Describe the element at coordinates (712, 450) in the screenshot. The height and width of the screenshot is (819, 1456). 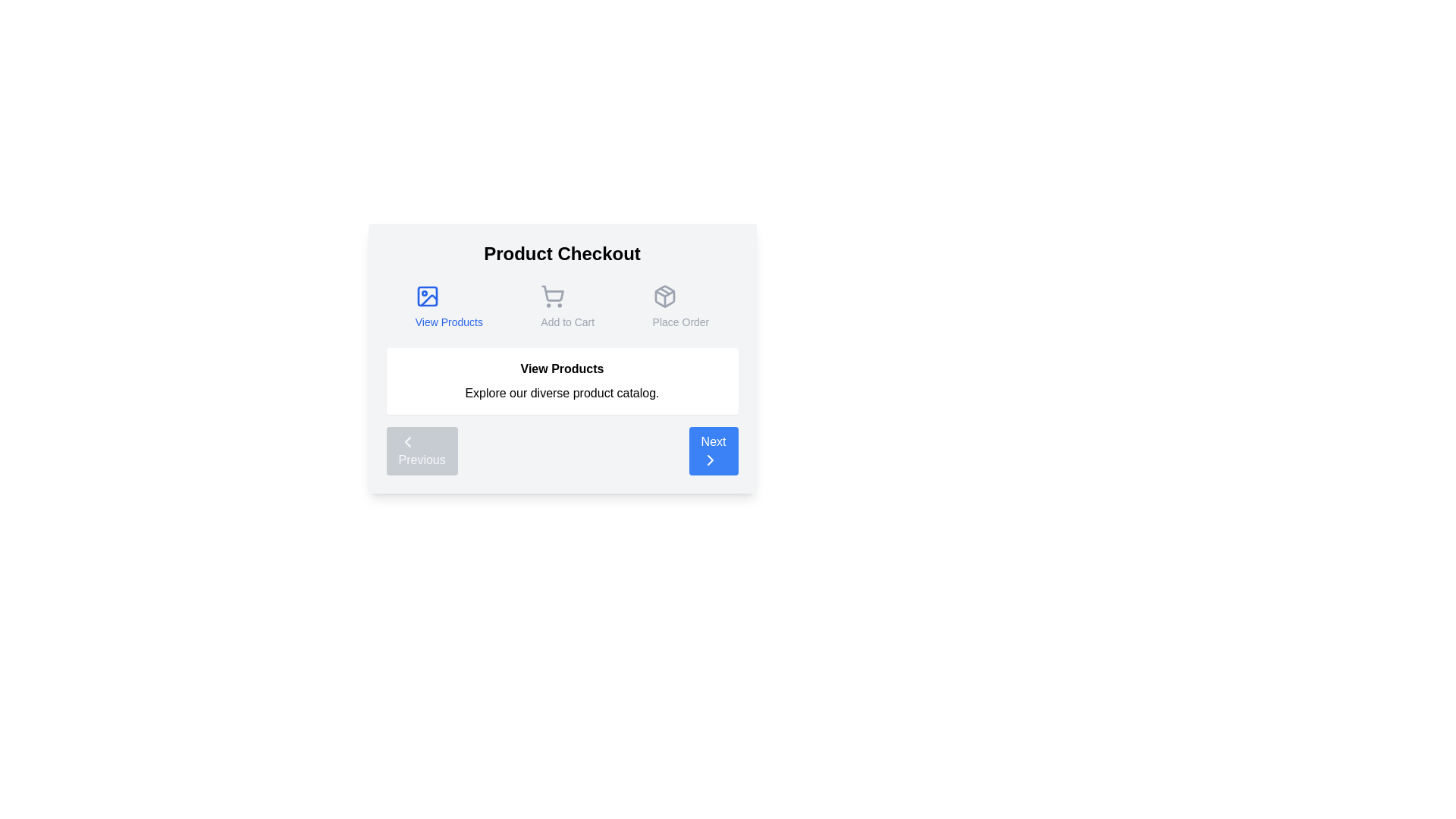
I see `the 'Next' button to navigate to the next step` at that location.